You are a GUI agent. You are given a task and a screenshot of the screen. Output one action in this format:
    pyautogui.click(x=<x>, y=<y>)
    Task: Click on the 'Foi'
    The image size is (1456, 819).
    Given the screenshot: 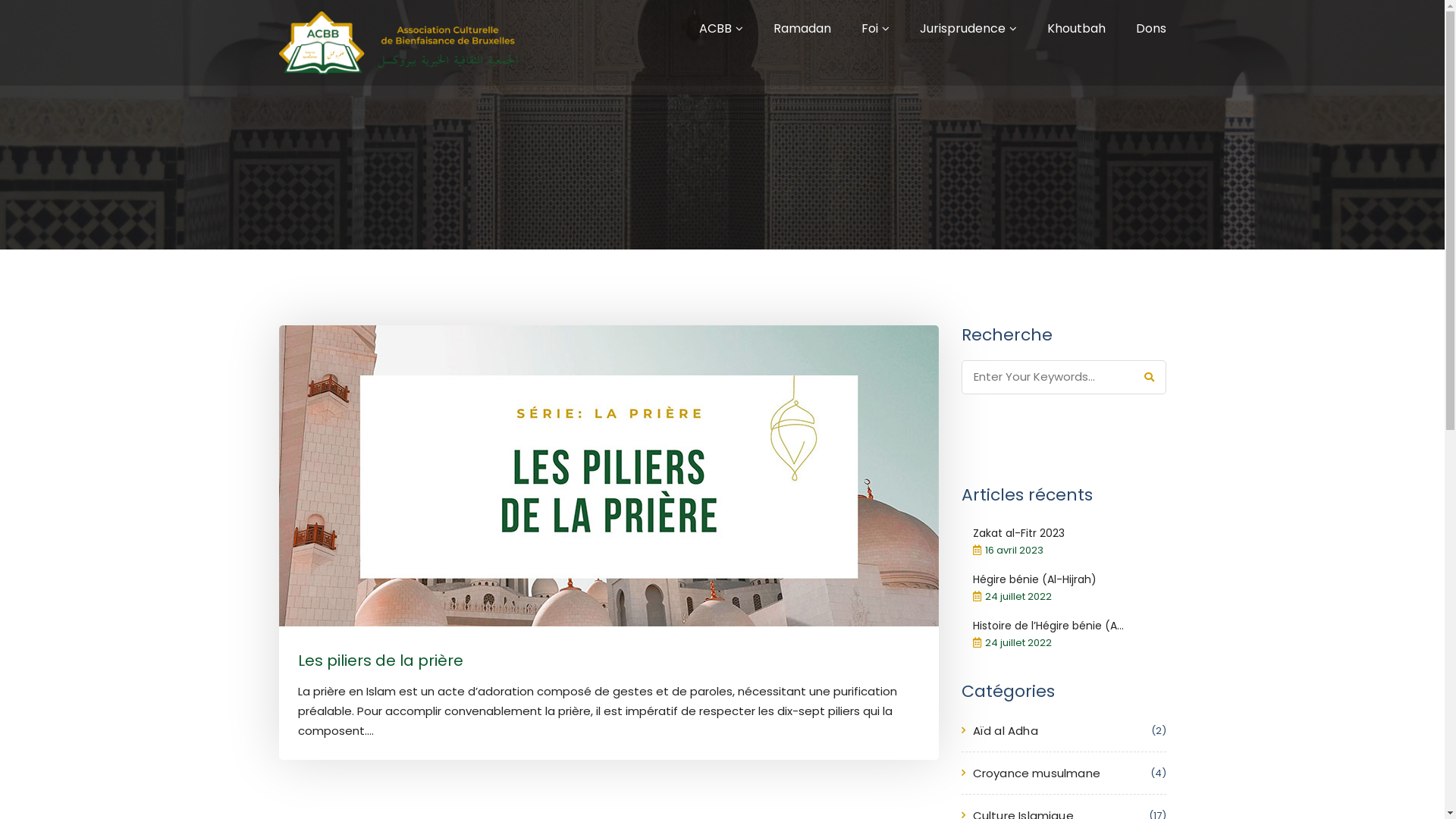 What is the action you would take?
    pyautogui.click(x=870, y=28)
    